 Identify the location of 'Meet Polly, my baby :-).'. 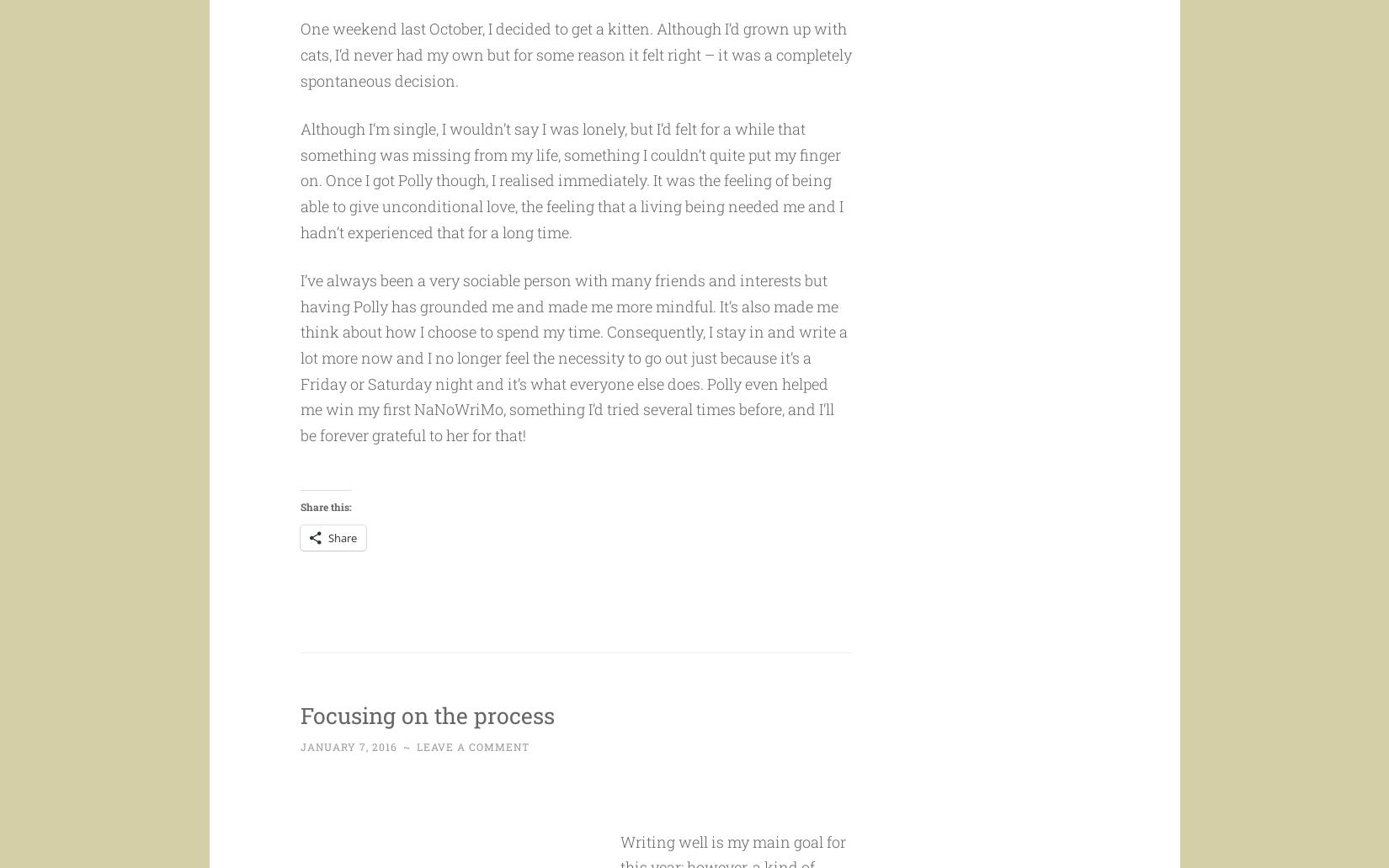
(376, 12).